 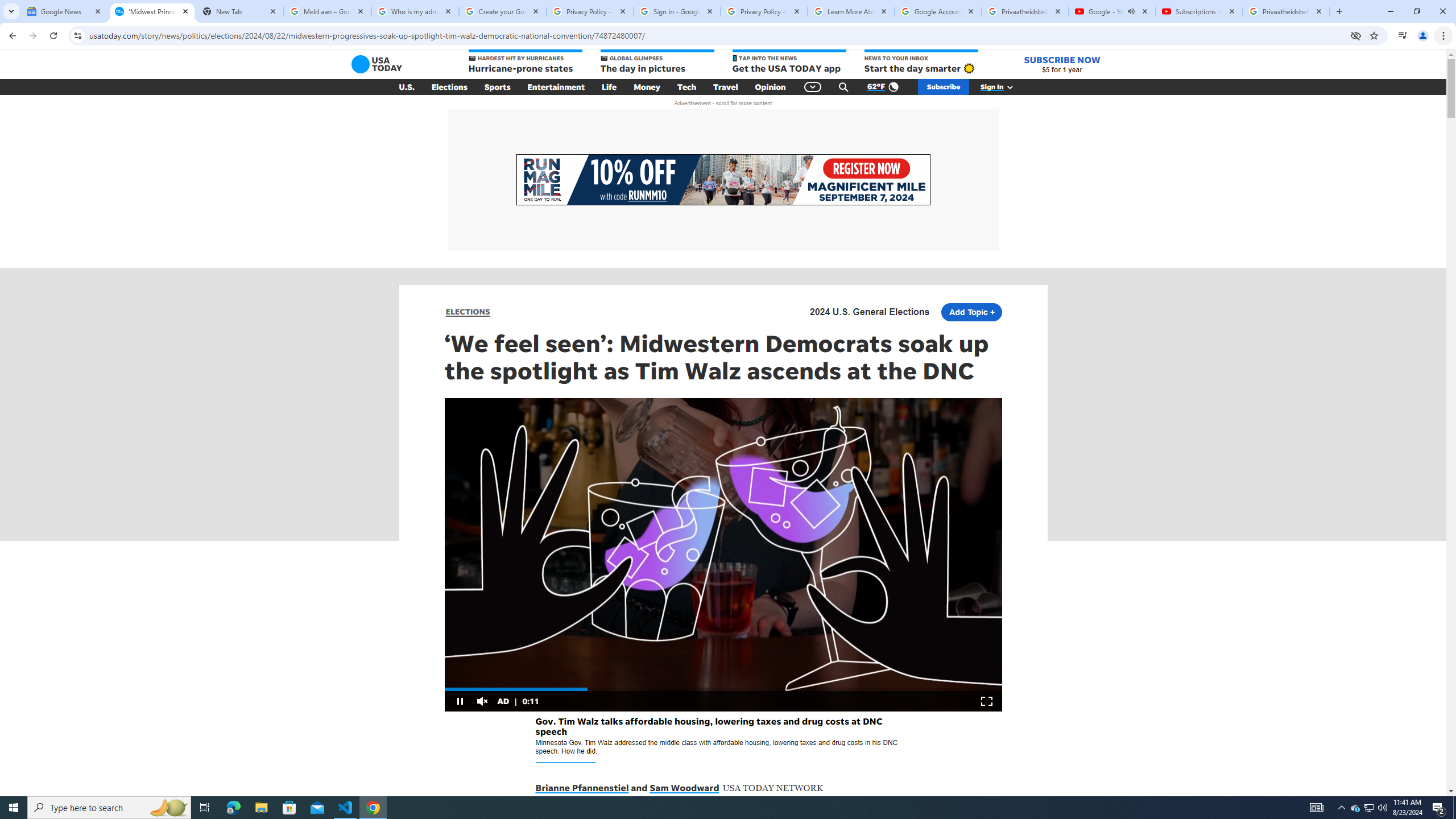 I want to click on 'Google - YouTube - Audio playing', so click(x=1111, y=11).